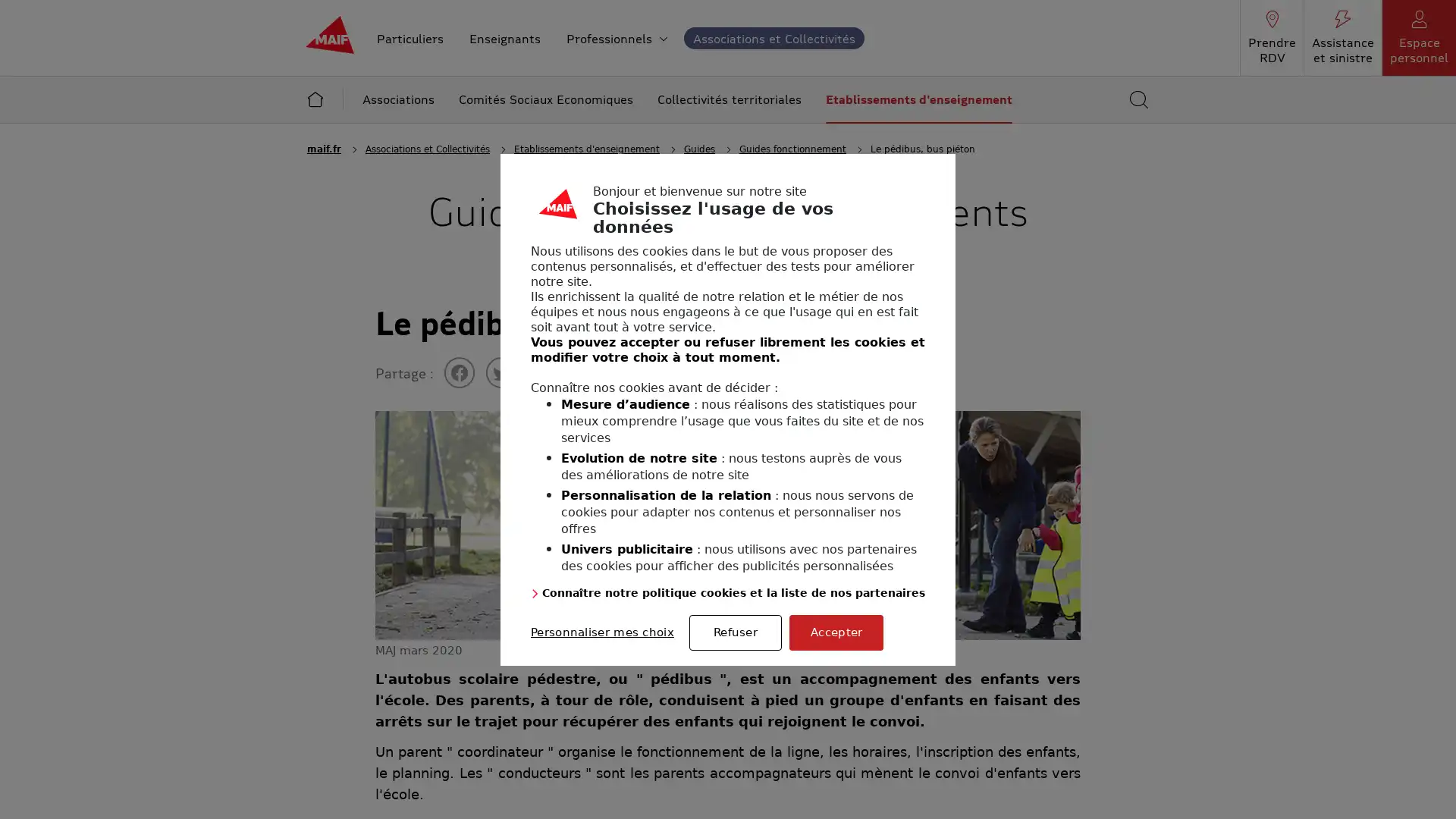 The width and height of the screenshot is (1456, 819). I want to click on Ouvrir la recherche, so click(1139, 99).